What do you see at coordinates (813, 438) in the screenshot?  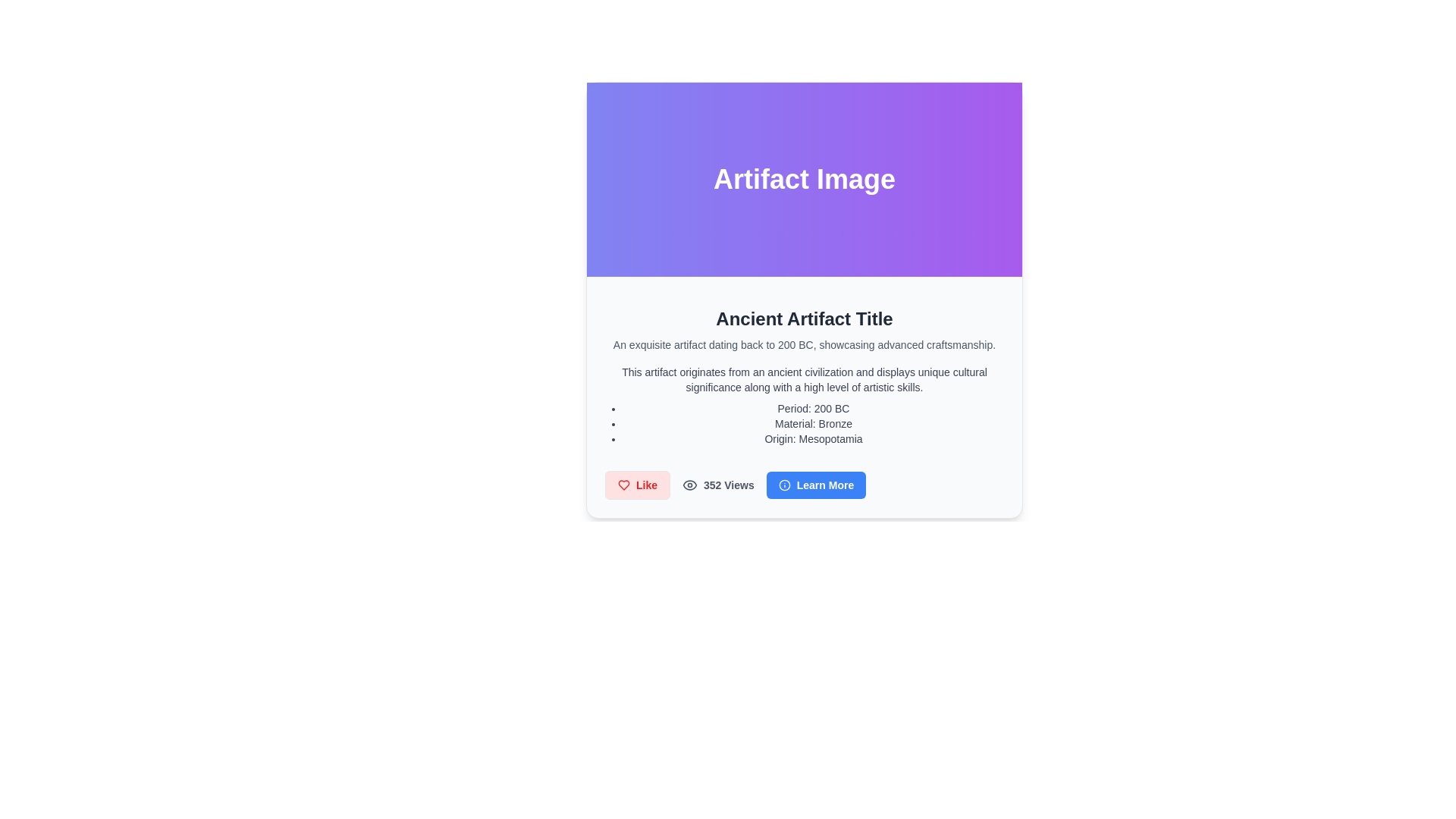 I see `the third item in the list that provides geographical origin information about the artifact, positioned under 'Material: Bronze'` at bounding box center [813, 438].